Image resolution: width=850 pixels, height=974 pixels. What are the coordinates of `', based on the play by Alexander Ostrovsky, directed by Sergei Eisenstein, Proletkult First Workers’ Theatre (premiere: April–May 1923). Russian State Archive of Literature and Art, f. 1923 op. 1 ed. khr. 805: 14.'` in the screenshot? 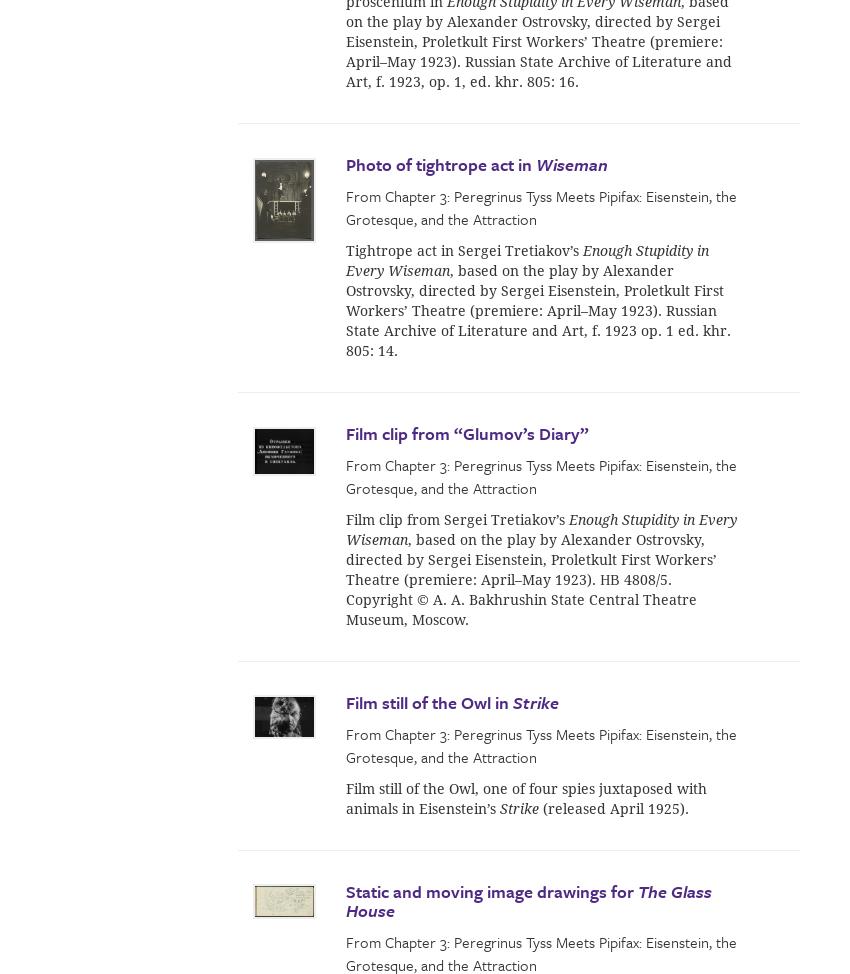 It's located at (537, 309).